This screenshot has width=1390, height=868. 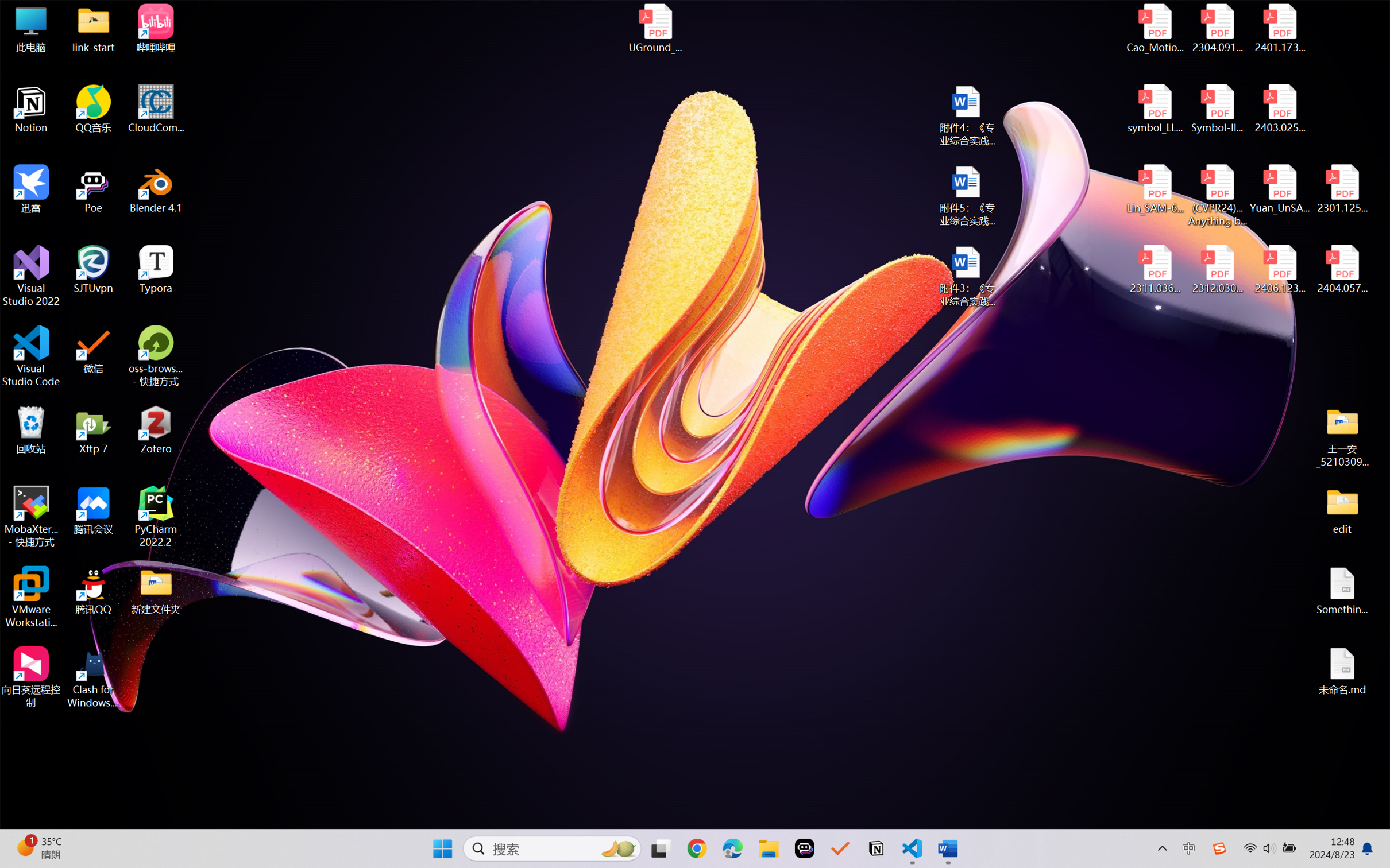 I want to click on 'PyCharm 2022.2', so click(x=156, y=517).